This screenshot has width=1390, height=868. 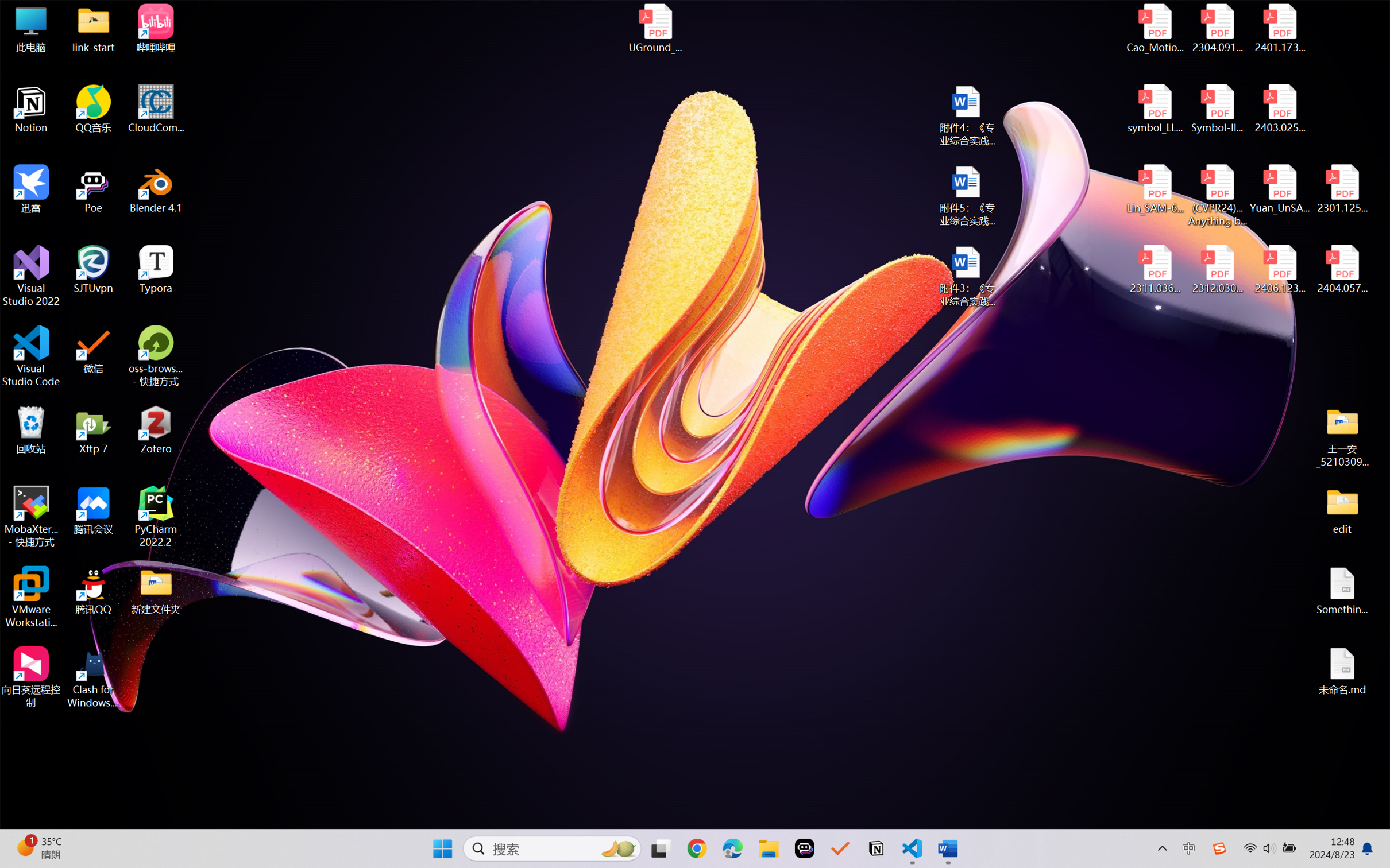 I want to click on 'PyCharm 2022.2', so click(x=156, y=517).